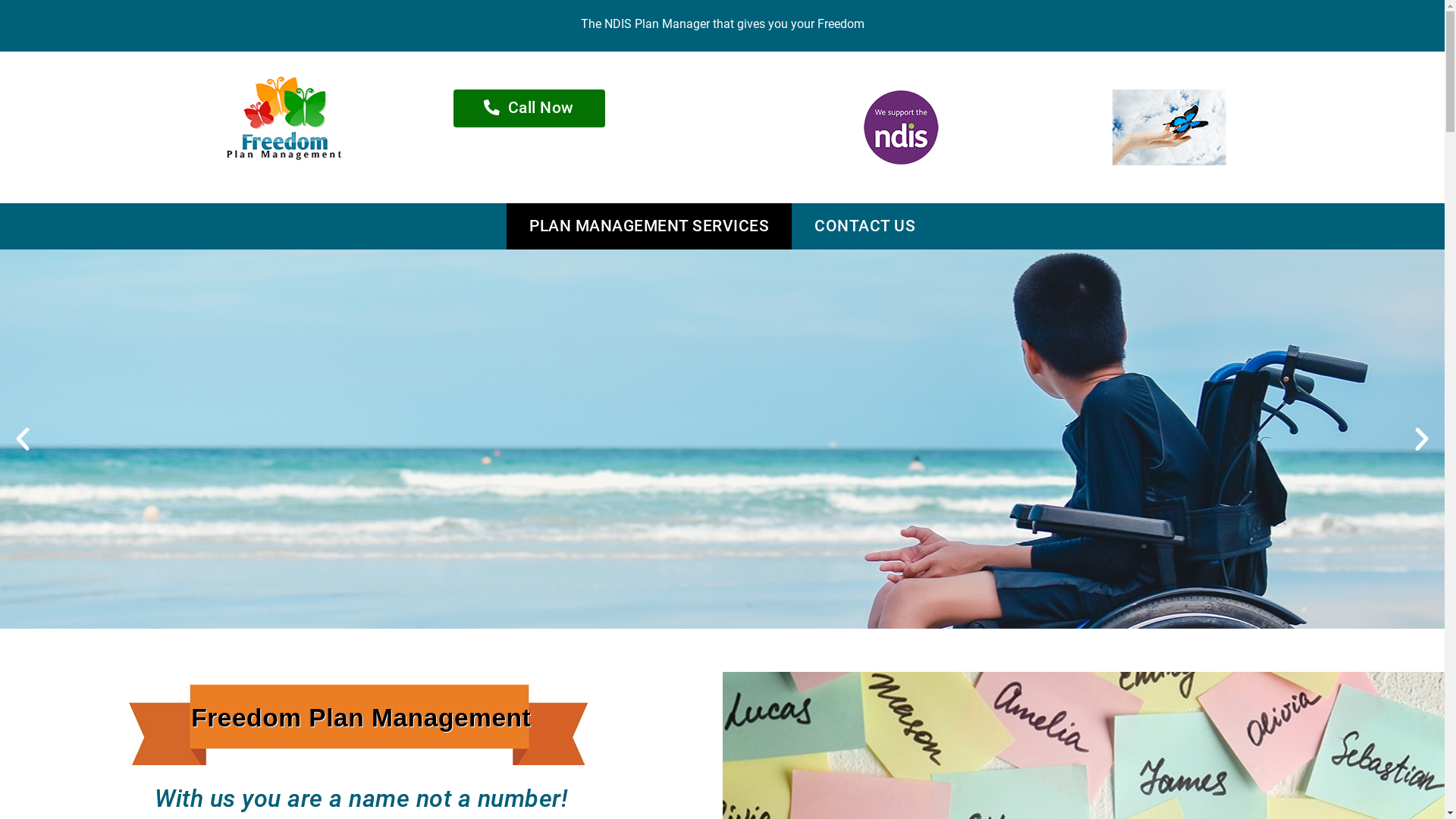 Image resolution: width=1456 pixels, height=819 pixels. Describe the element at coordinates (529, 107) in the screenshot. I see `'Call Now'` at that location.